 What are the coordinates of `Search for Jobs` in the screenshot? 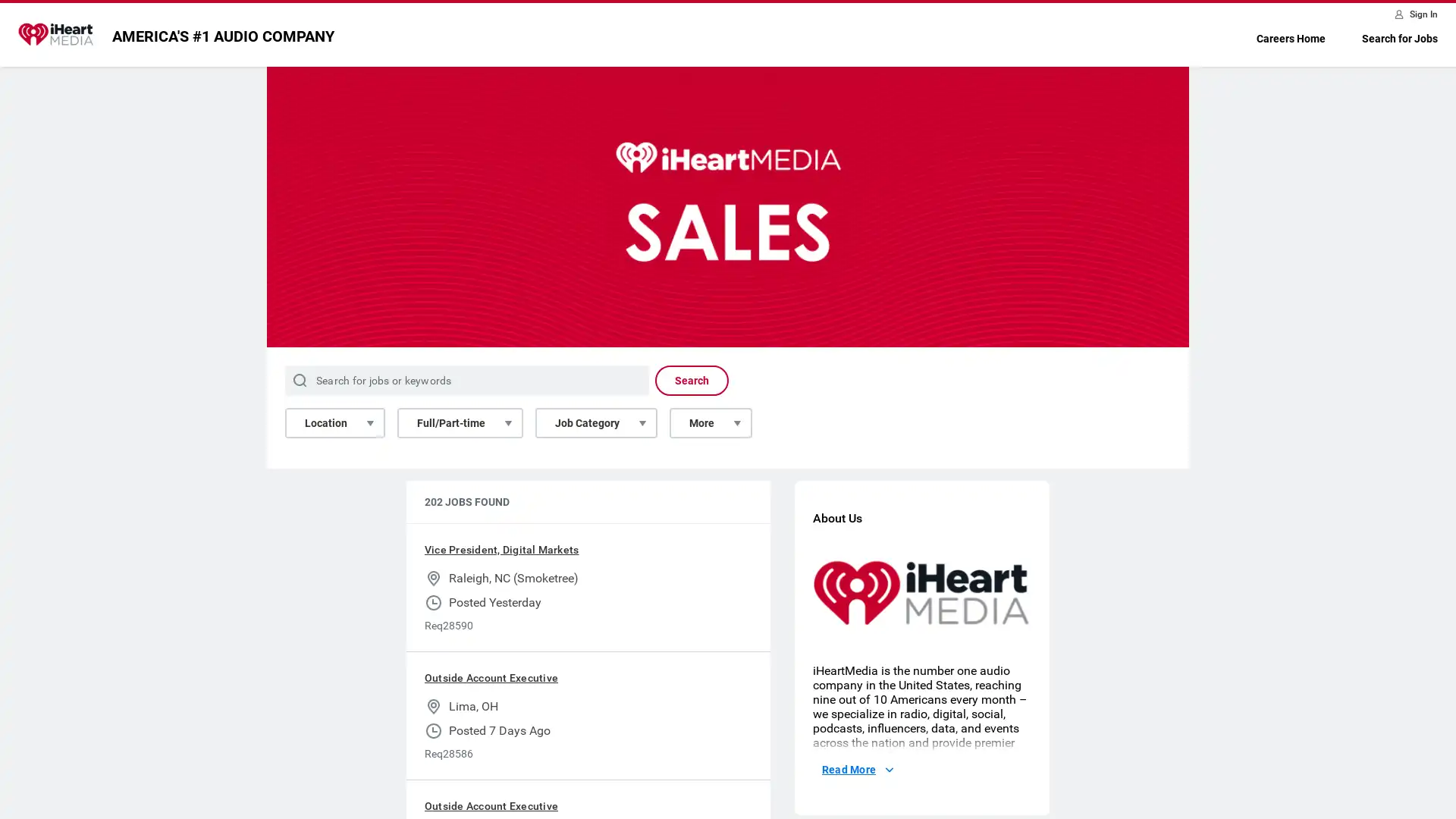 It's located at (1399, 38).